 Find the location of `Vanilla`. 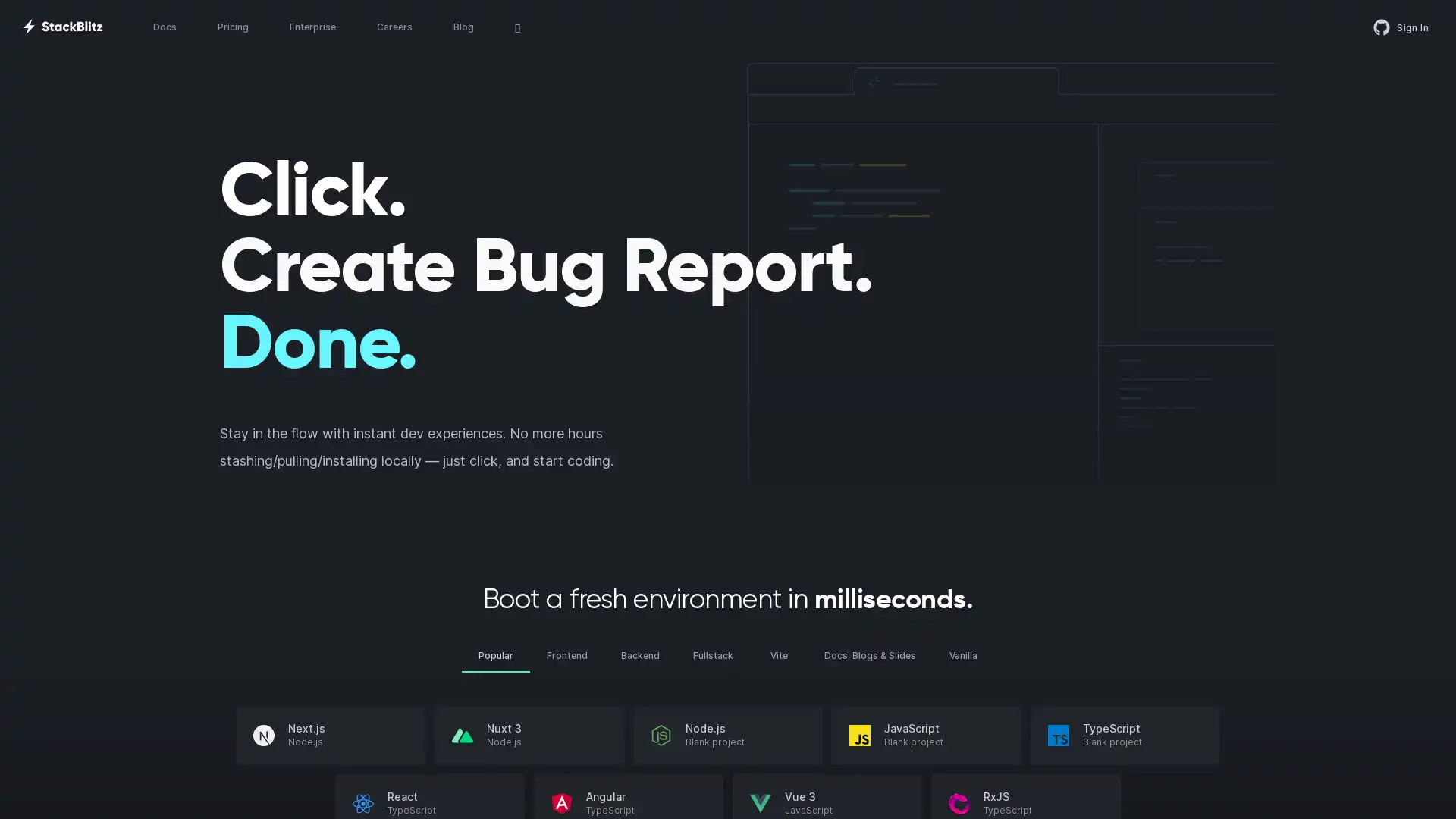

Vanilla is located at coordinates (962, 654).